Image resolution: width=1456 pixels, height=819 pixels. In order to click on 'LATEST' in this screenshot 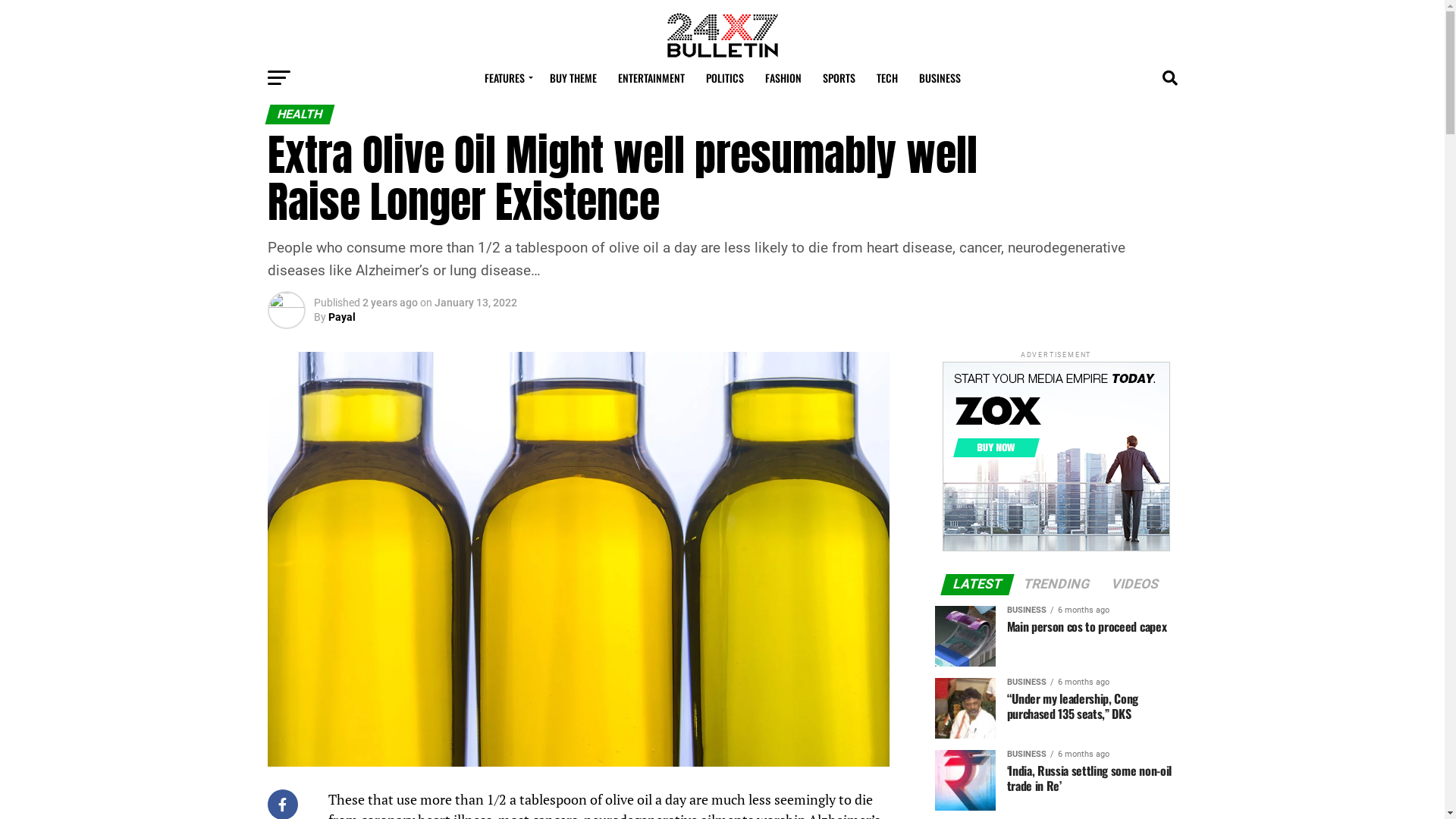, I will do `click(977, 584)`.